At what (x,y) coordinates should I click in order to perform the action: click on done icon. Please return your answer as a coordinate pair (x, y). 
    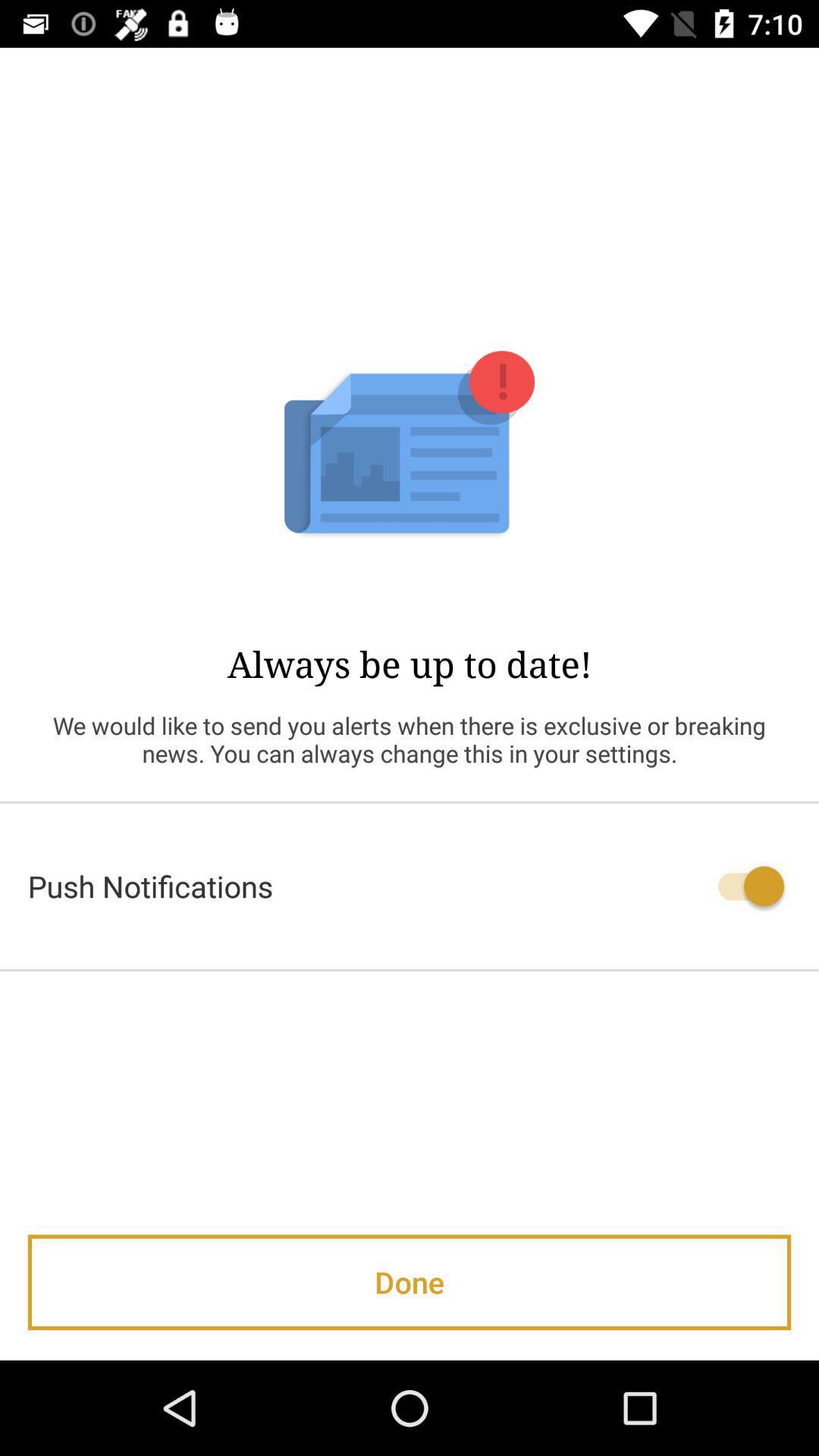
    Looking at the image, I should click on (409, 1282).